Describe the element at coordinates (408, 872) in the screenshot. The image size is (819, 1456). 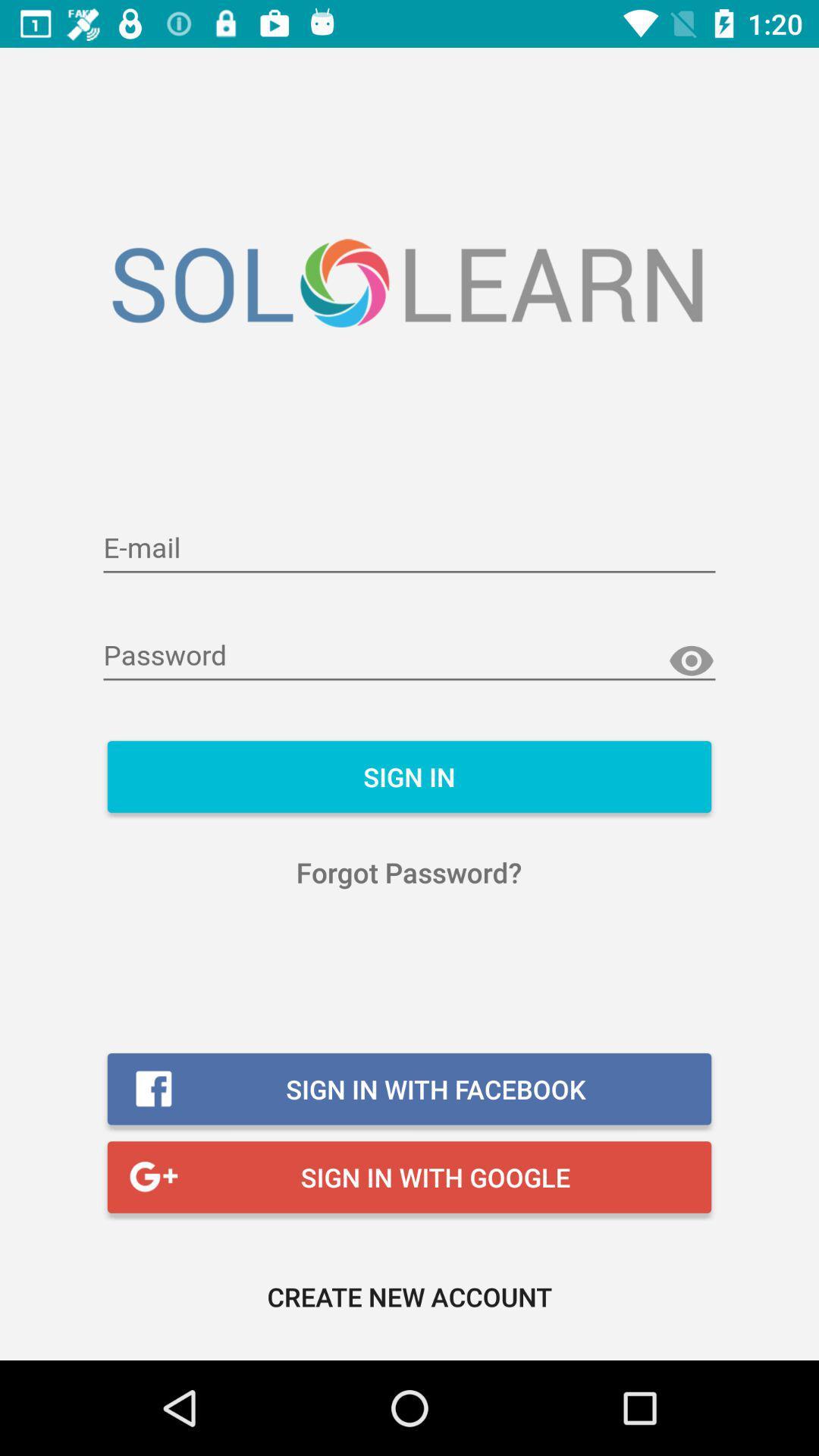
I see `icon below sign in item` at that location.